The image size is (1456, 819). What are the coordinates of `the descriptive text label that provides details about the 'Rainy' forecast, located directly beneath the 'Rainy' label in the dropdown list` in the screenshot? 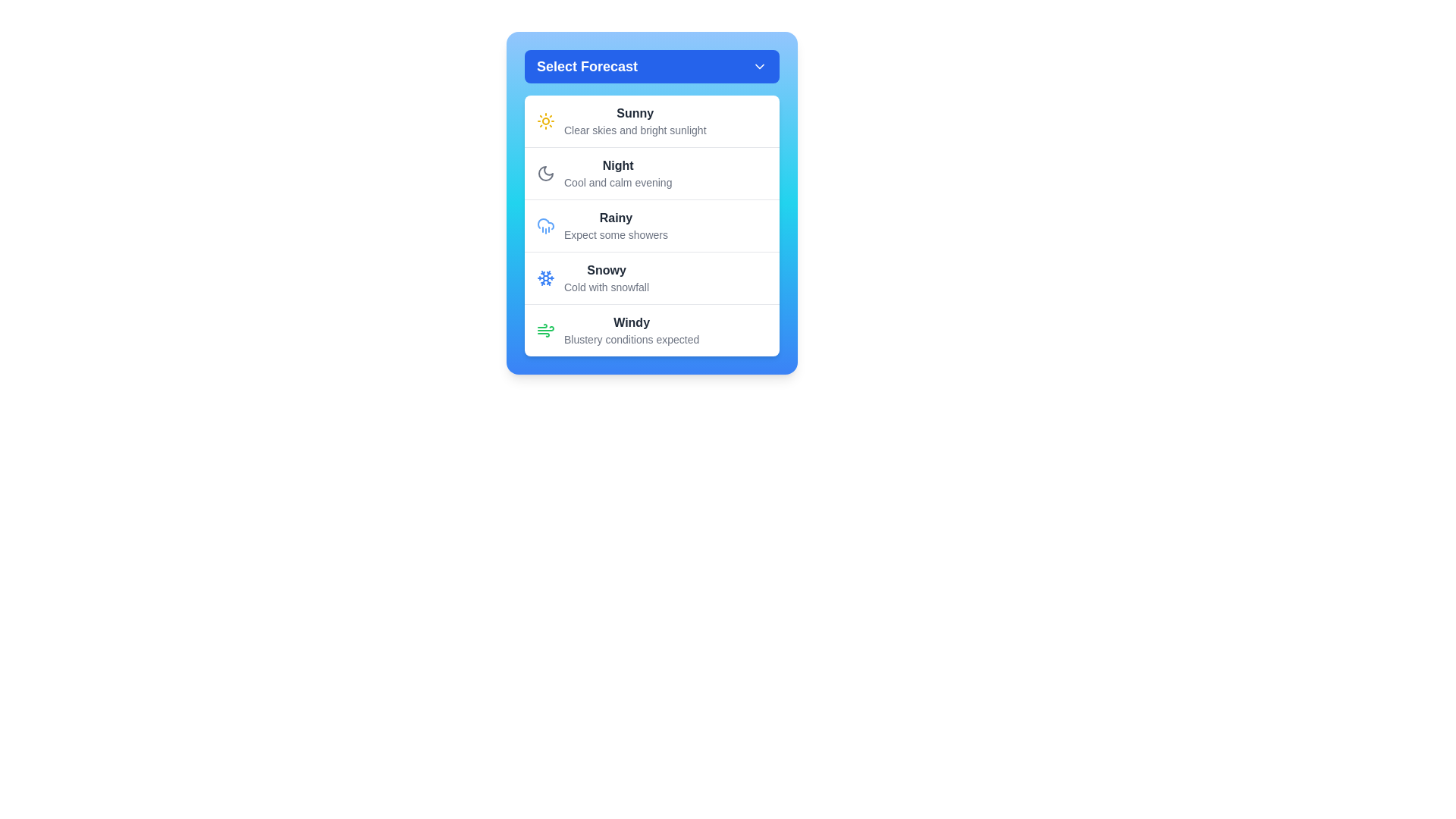 It's located at (616, 234).